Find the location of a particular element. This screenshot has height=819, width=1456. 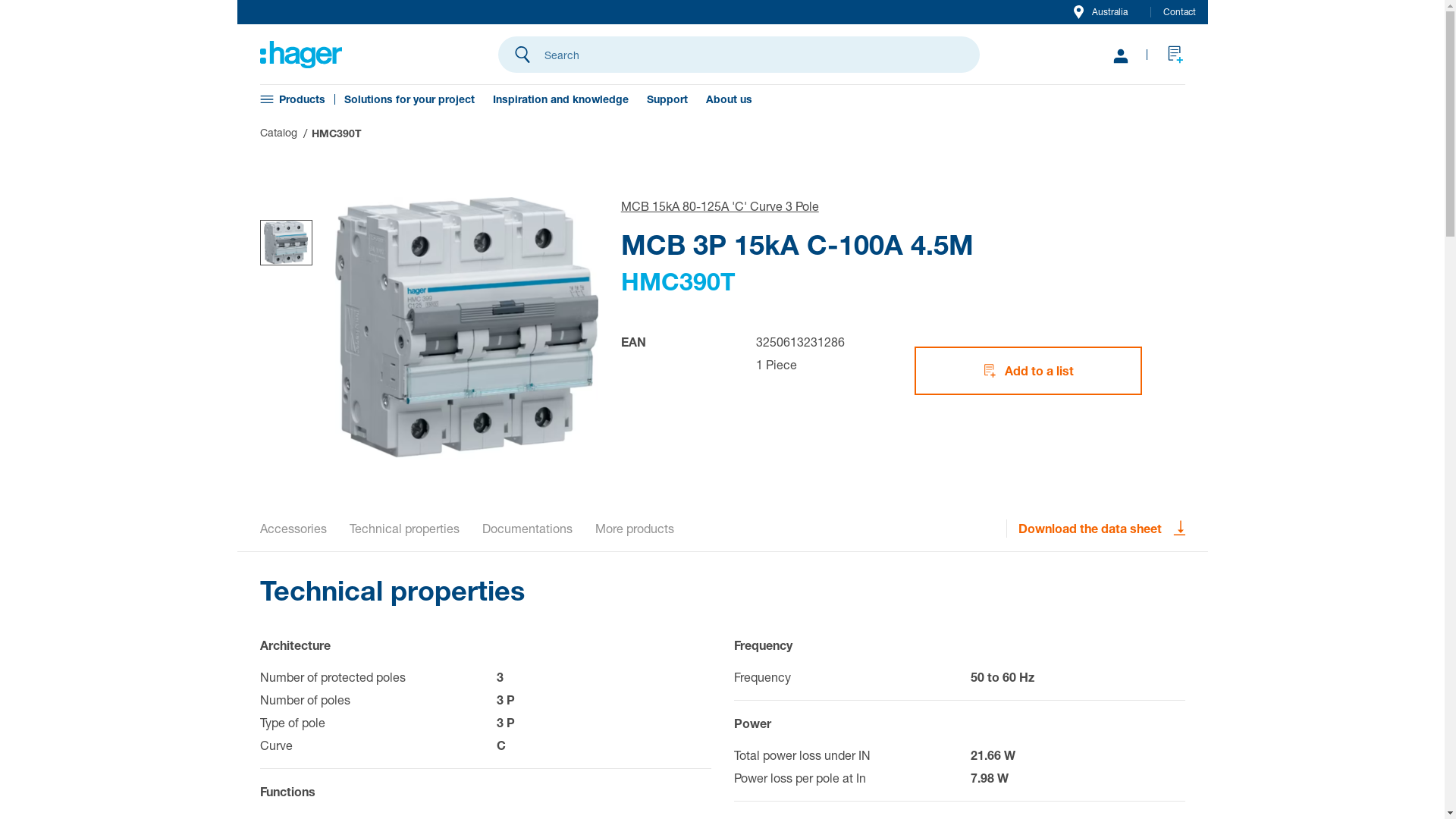

'Download the data sheet' is located at coordinates (1101, 528).